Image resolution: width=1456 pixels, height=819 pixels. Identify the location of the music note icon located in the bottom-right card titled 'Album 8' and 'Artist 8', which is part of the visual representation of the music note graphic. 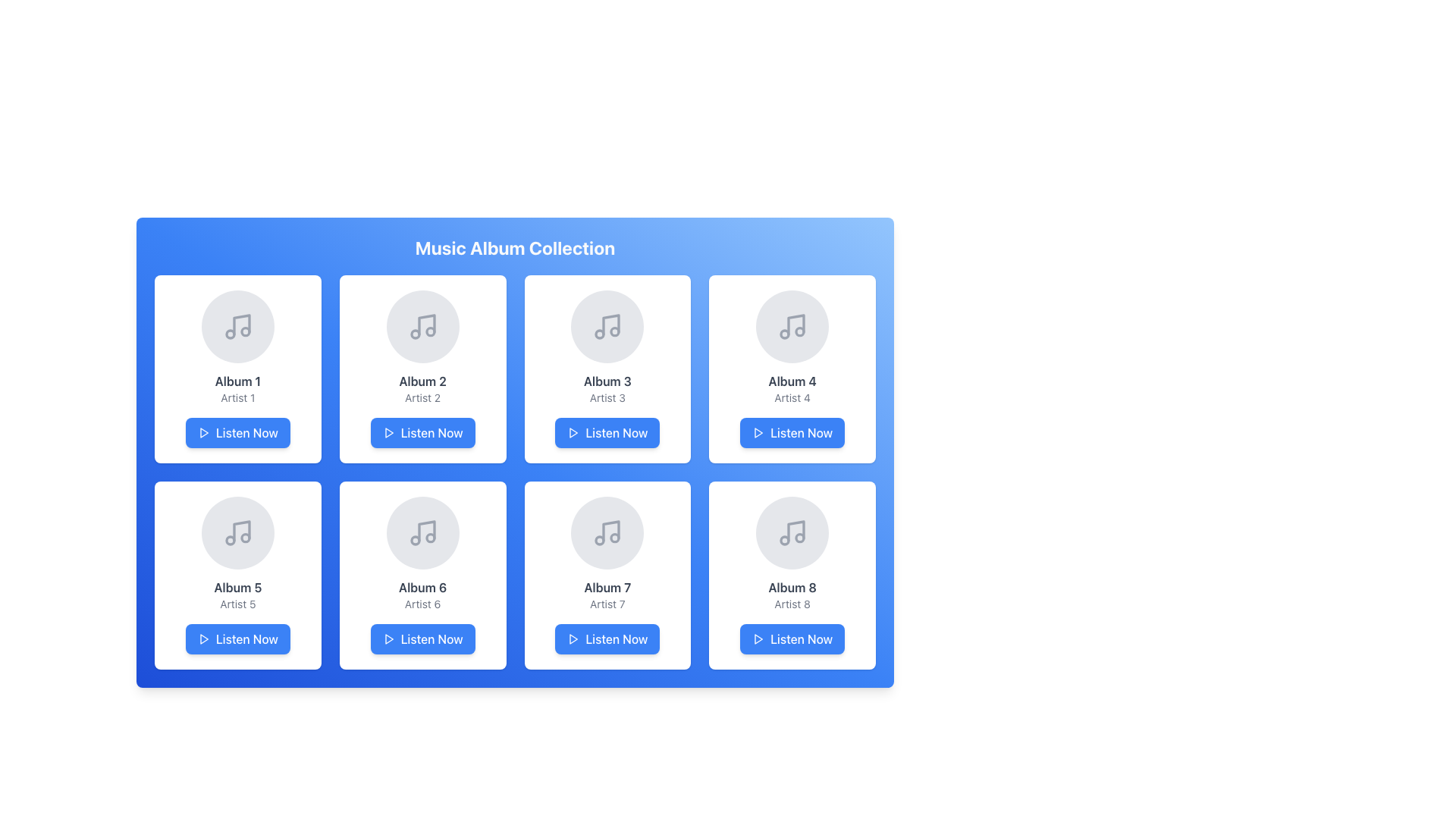
(785, 540).